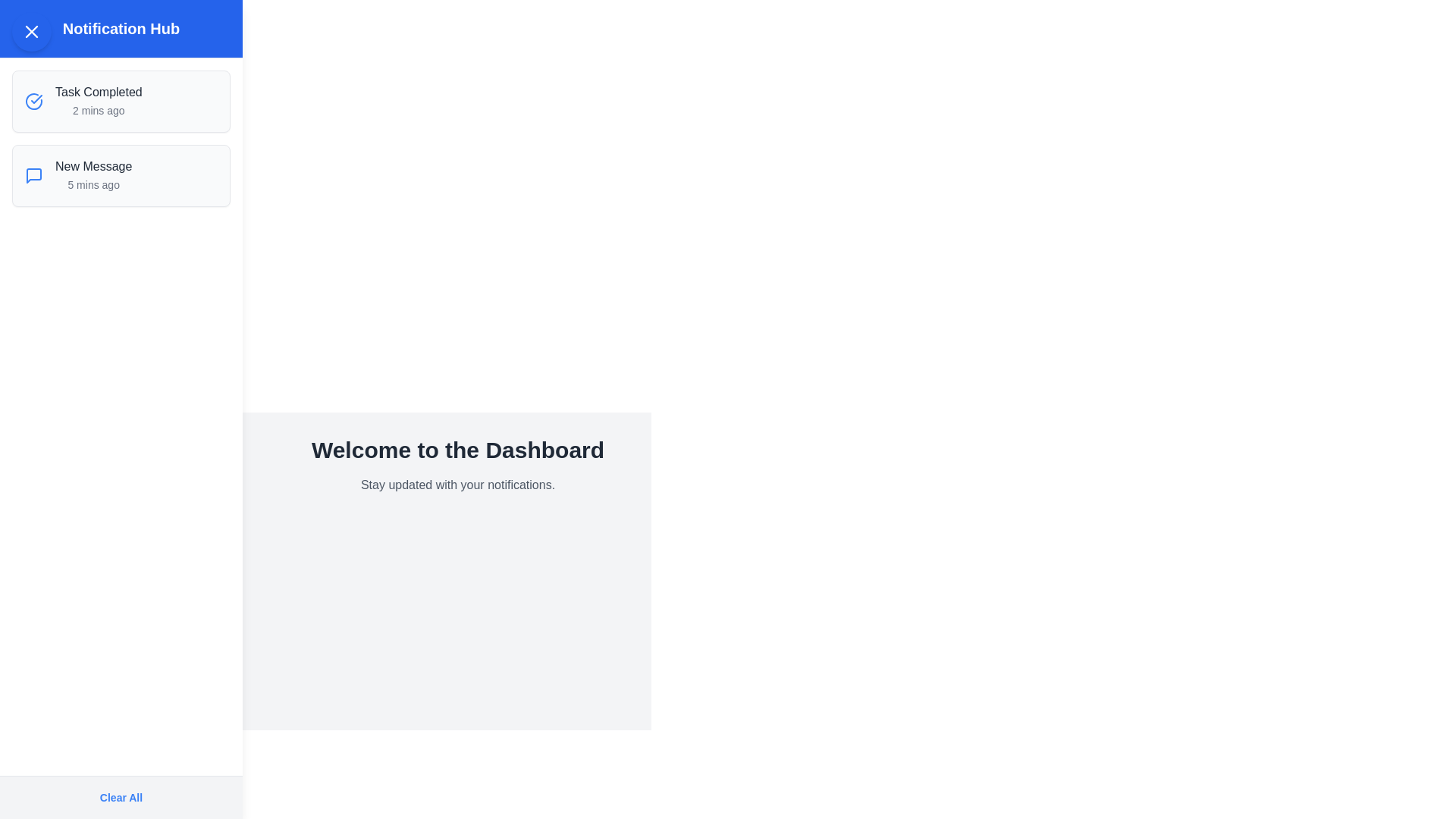  Describe the element at coordinates (457, 485) in the screenshot. I see `the informational text label located below the 'Welcome to the Dashboard' headline, which serves to keep the user informed about notifications` at that location.